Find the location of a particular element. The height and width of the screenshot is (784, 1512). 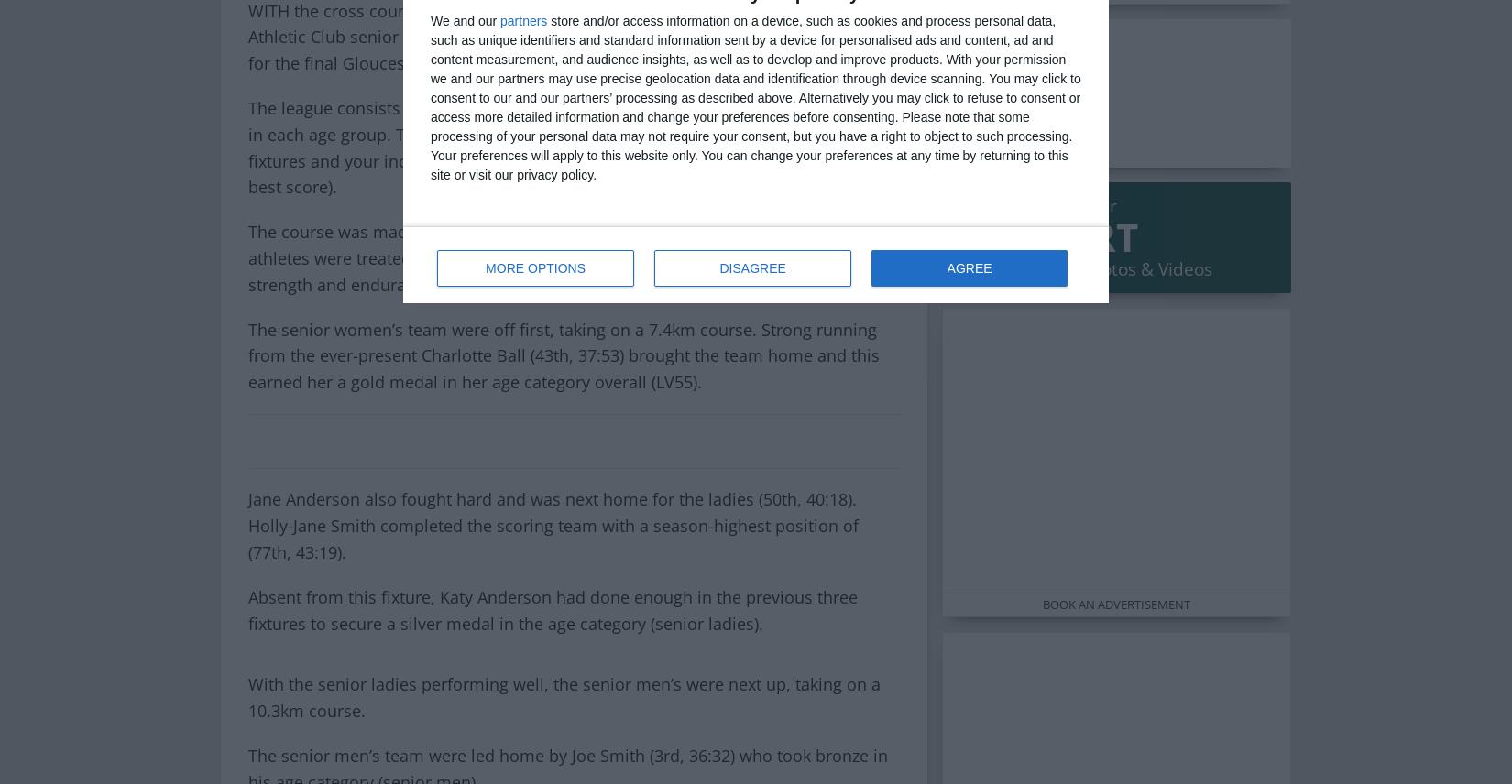

'Absent from this fixture, Katy Anderson had done enough in the previous three fixtures to secure a silver medal in the age category (senior ladies).' is located at coordinates (552, 609).